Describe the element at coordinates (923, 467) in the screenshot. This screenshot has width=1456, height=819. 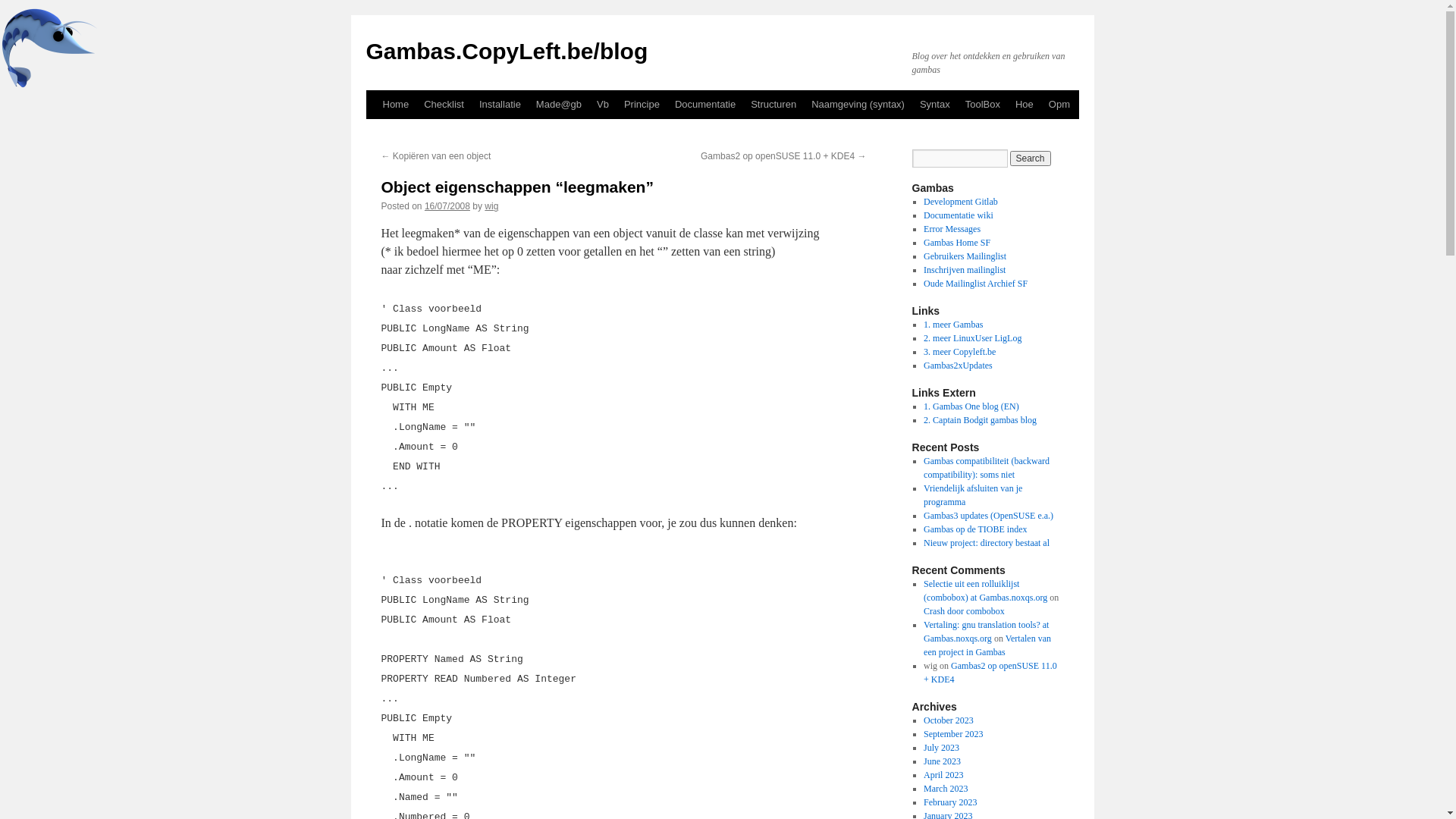
I see `'Gambas compatibiliteit (backward compatibility): soms niet'` at that location.